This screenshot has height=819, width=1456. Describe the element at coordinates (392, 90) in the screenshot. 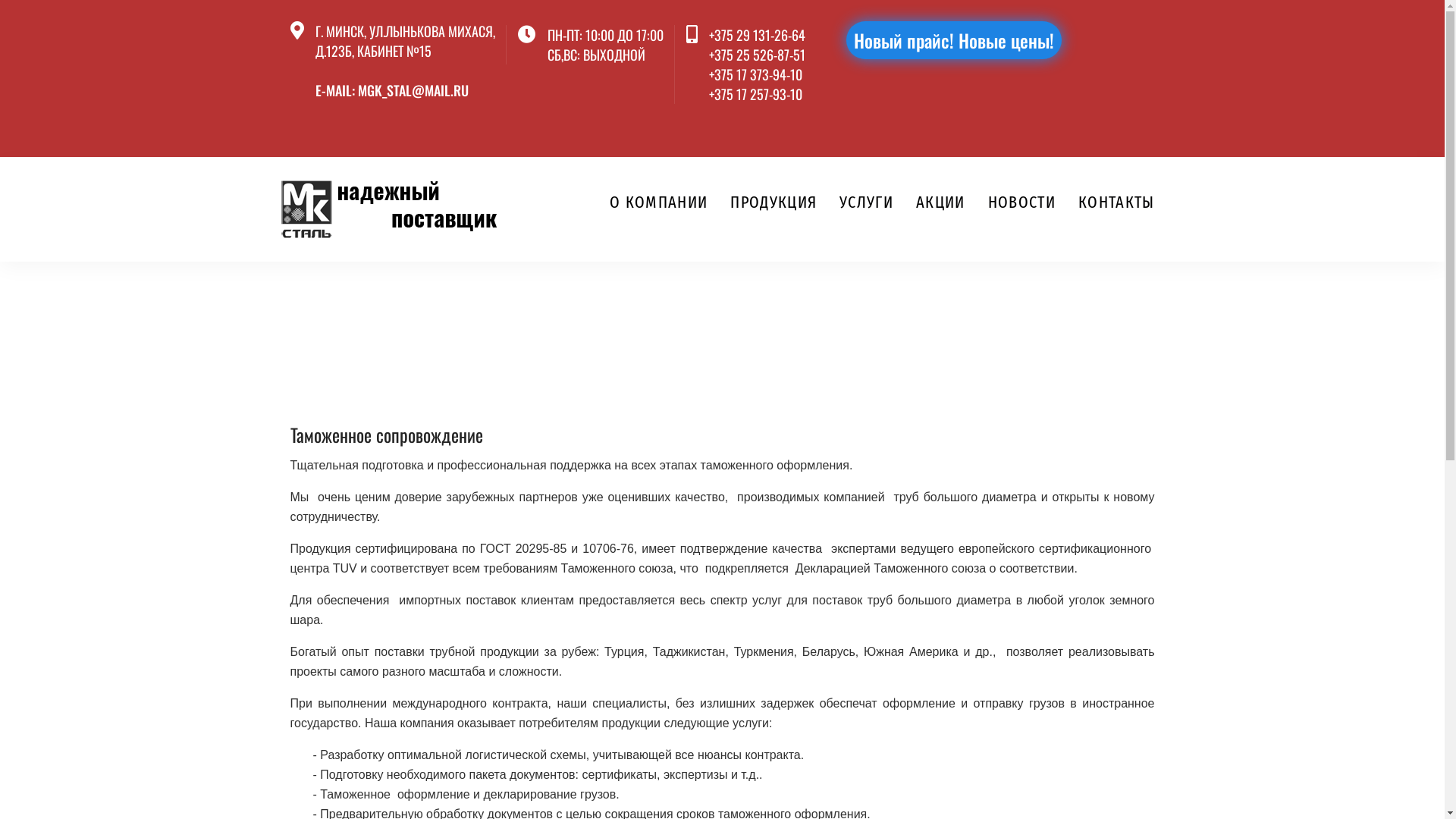

I see `'E-MAIL: MGK_STAL@MAIL.RU'` at that location.